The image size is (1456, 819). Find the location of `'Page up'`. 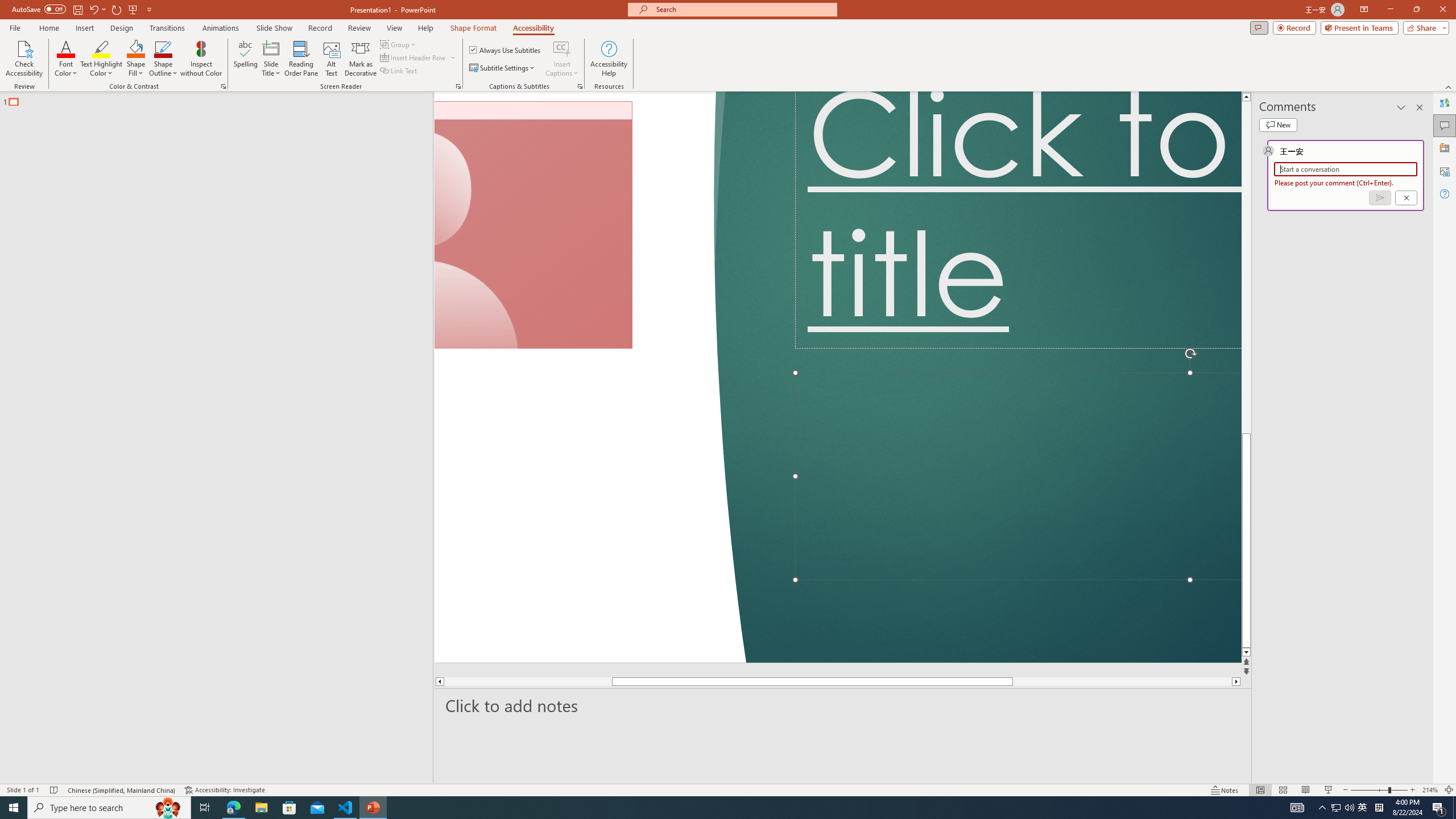

'Page up' is located at coordinates (1246, 266).